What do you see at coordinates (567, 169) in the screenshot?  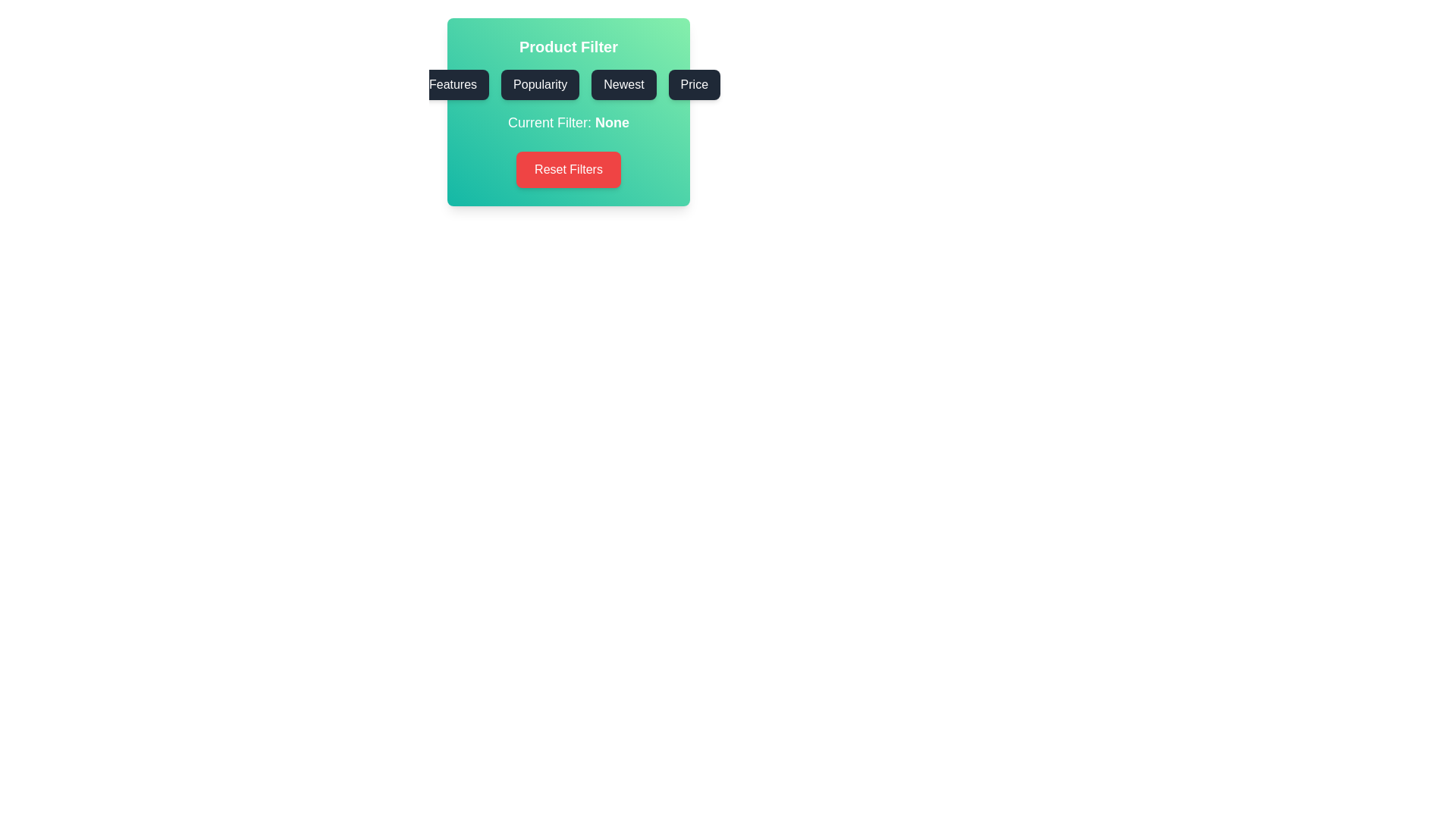 I see `the 'Reset Filters' button to reset the currently selected filter` at bounding box center [567, 169].